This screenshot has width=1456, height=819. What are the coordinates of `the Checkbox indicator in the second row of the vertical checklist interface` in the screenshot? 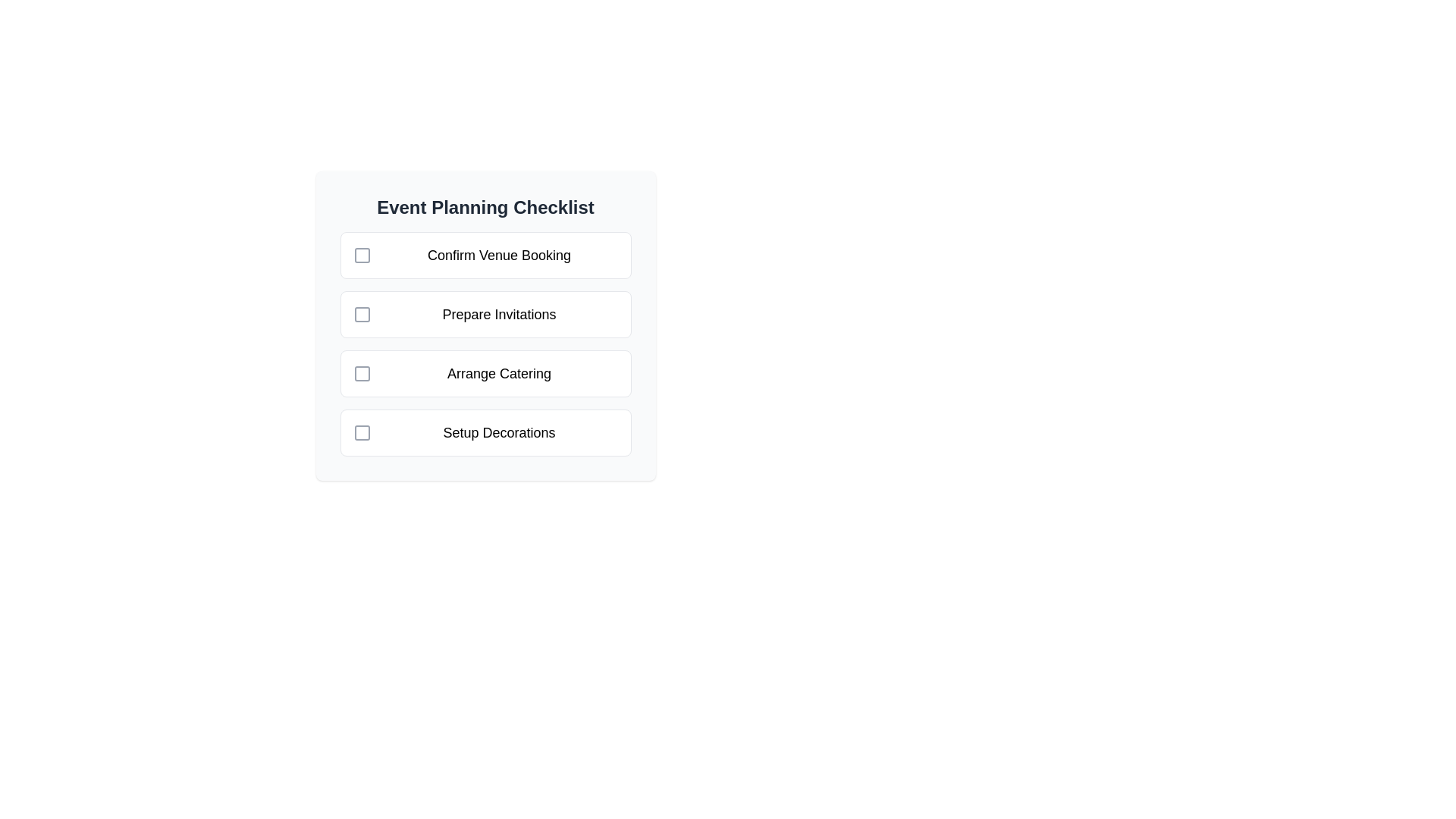 It's located at (361, 314).